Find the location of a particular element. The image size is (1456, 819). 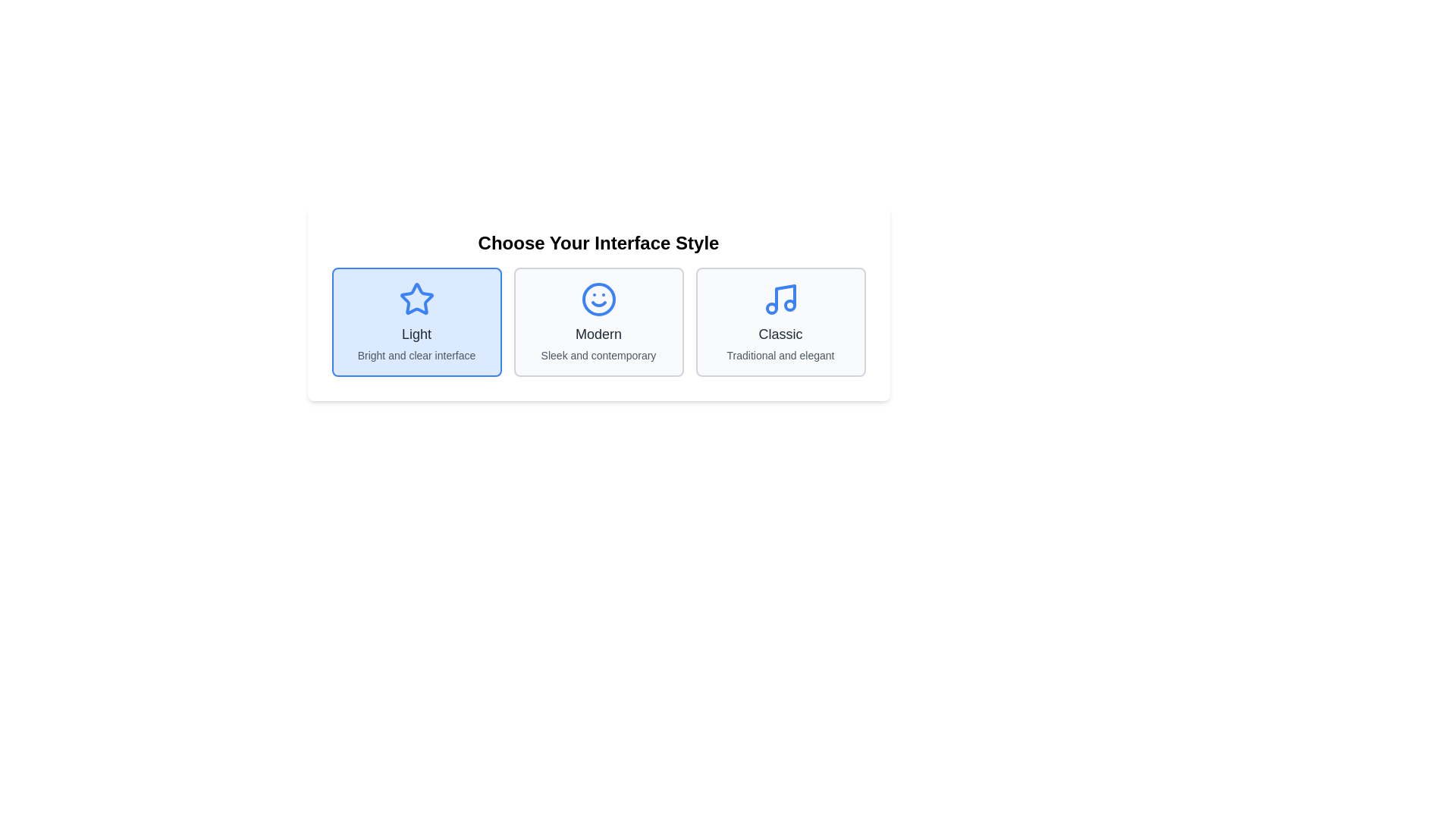

the supplementary descriptive text that provides additional detail about the 'Modern' interface style option, which is located beneath the 'Modern' title text in the central selectable card is located at coordinates (598, 356).